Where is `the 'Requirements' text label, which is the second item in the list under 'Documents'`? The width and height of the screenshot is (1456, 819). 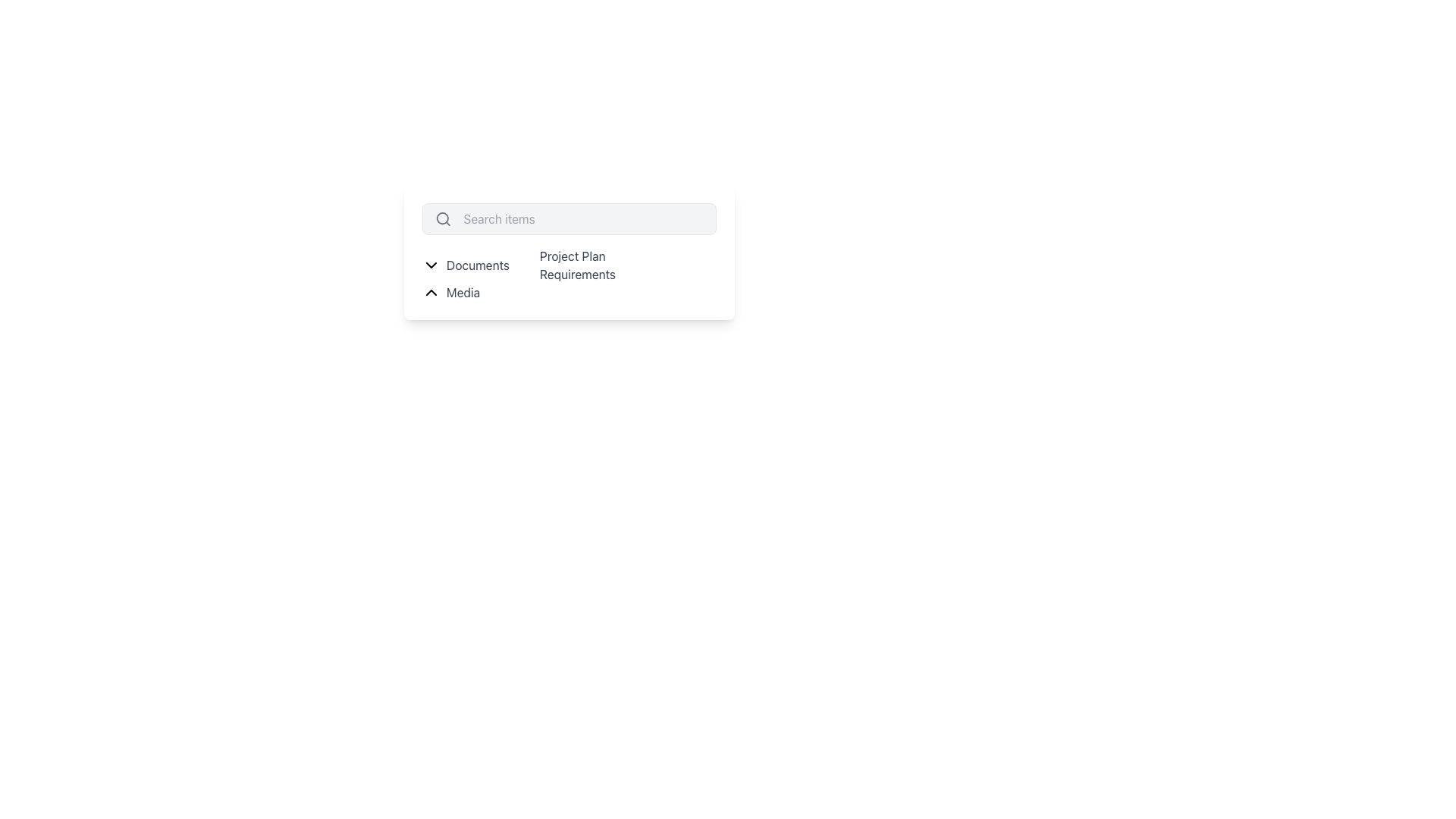
the 'Requirements' text label, which is the second item in the list under 'Documents' is located at coordinates (570, 275).